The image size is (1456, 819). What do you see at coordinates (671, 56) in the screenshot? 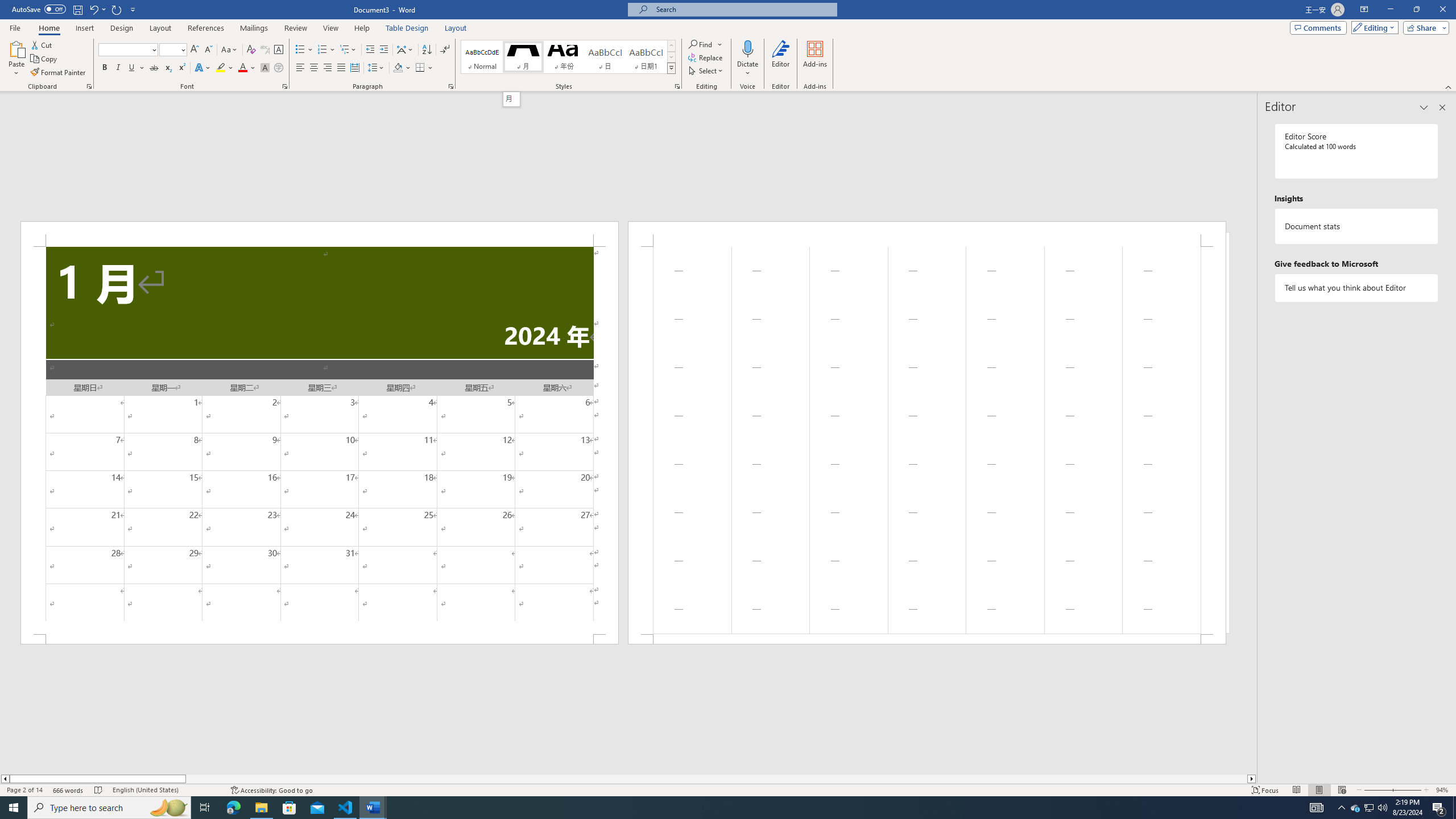
I see `'Row Down'` at bounding box center [671, 56].